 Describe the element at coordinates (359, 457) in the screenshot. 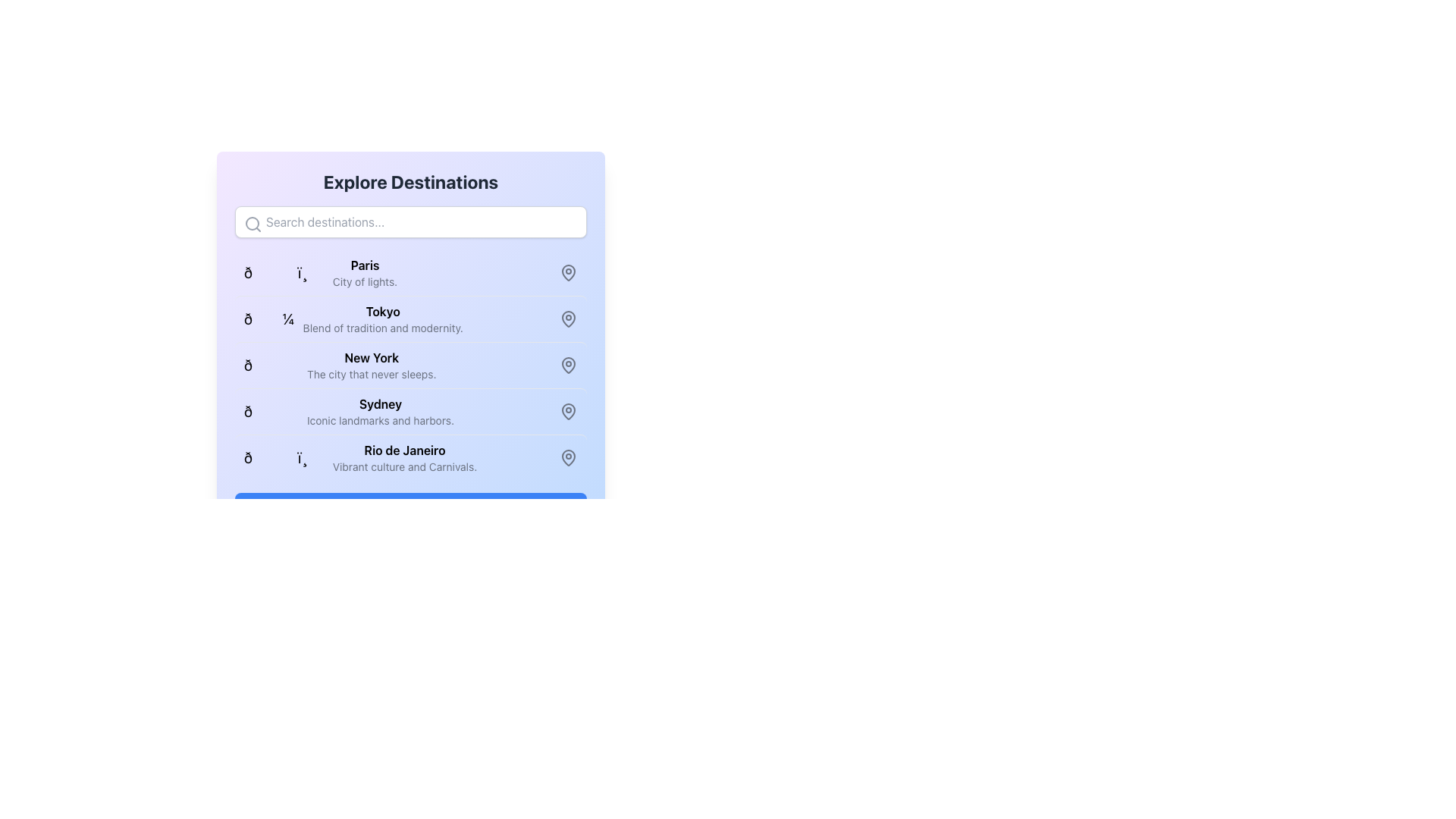

I see `the list item for 'Rio de Janeiro', which is positioned in the fifth row of the destination list` at that location.